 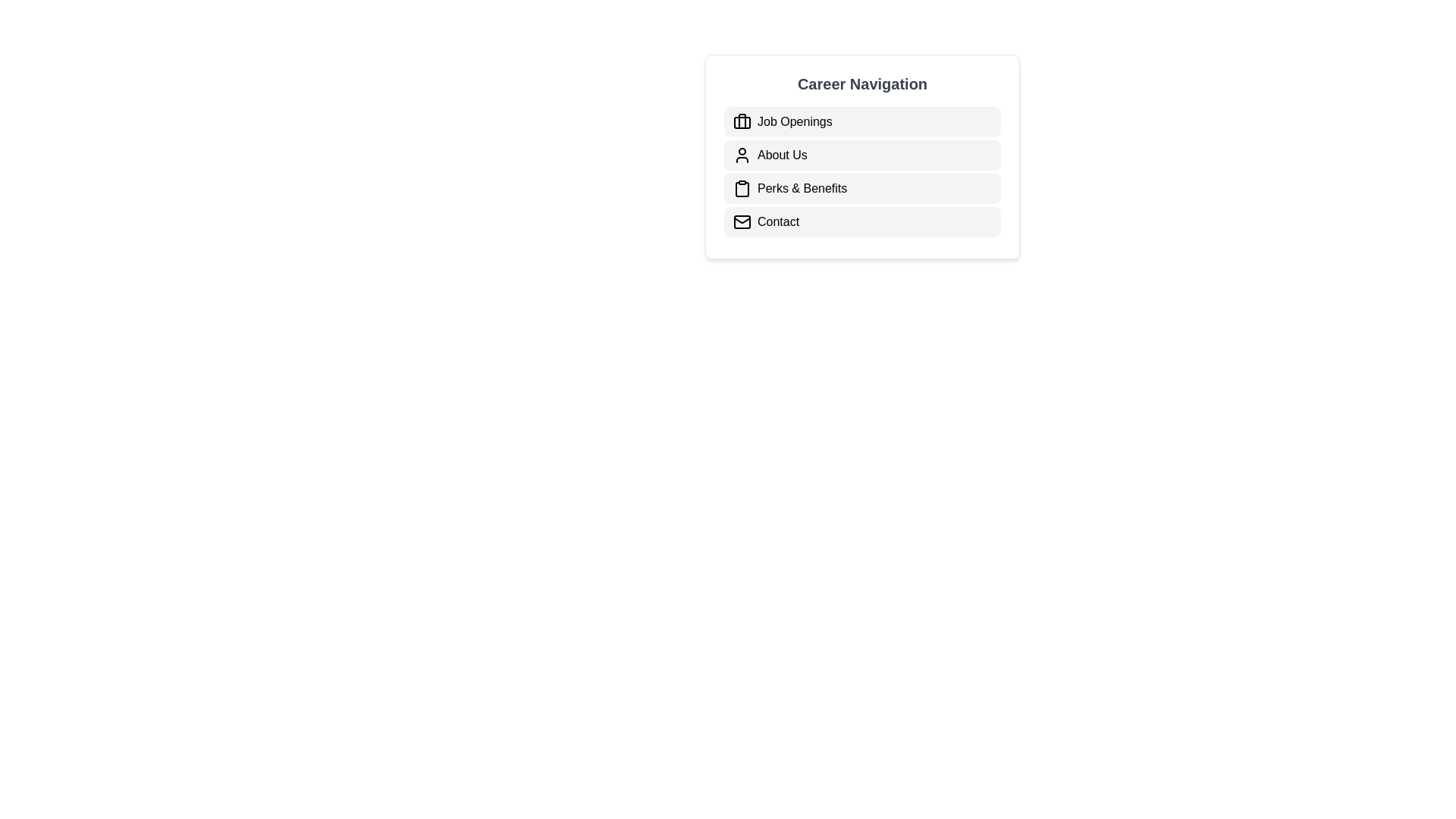 I want to click on the rectangle shape inside the briefcase icon representing 'Job Openings' in the first row of the navigation menu, so click(x=742, y=122).